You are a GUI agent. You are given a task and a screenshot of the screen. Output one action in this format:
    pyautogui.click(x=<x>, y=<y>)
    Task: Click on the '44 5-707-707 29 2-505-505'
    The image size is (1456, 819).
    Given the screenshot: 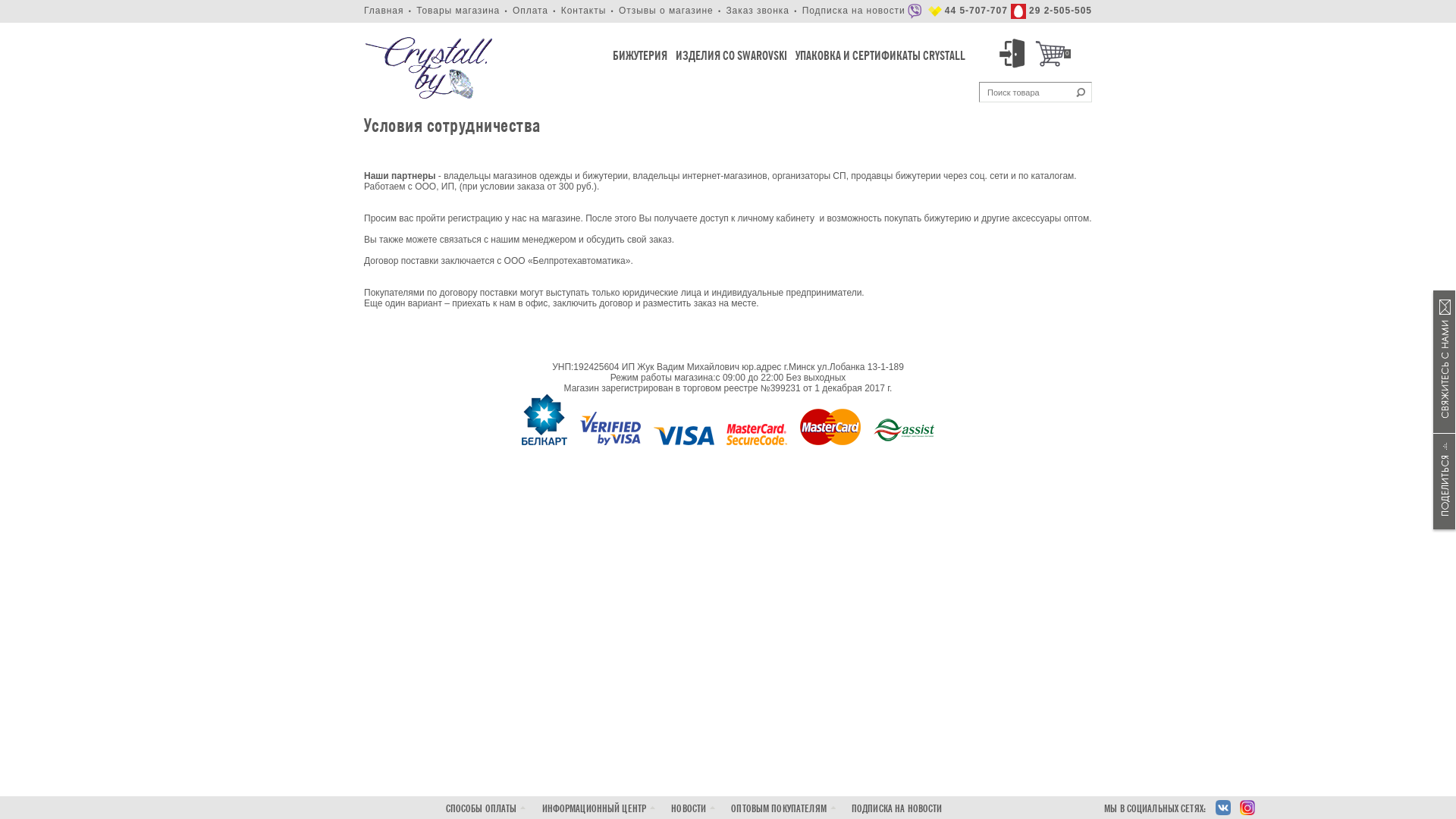 What is the action you would take?
    pyautogui.click(x=999, y=11)
    